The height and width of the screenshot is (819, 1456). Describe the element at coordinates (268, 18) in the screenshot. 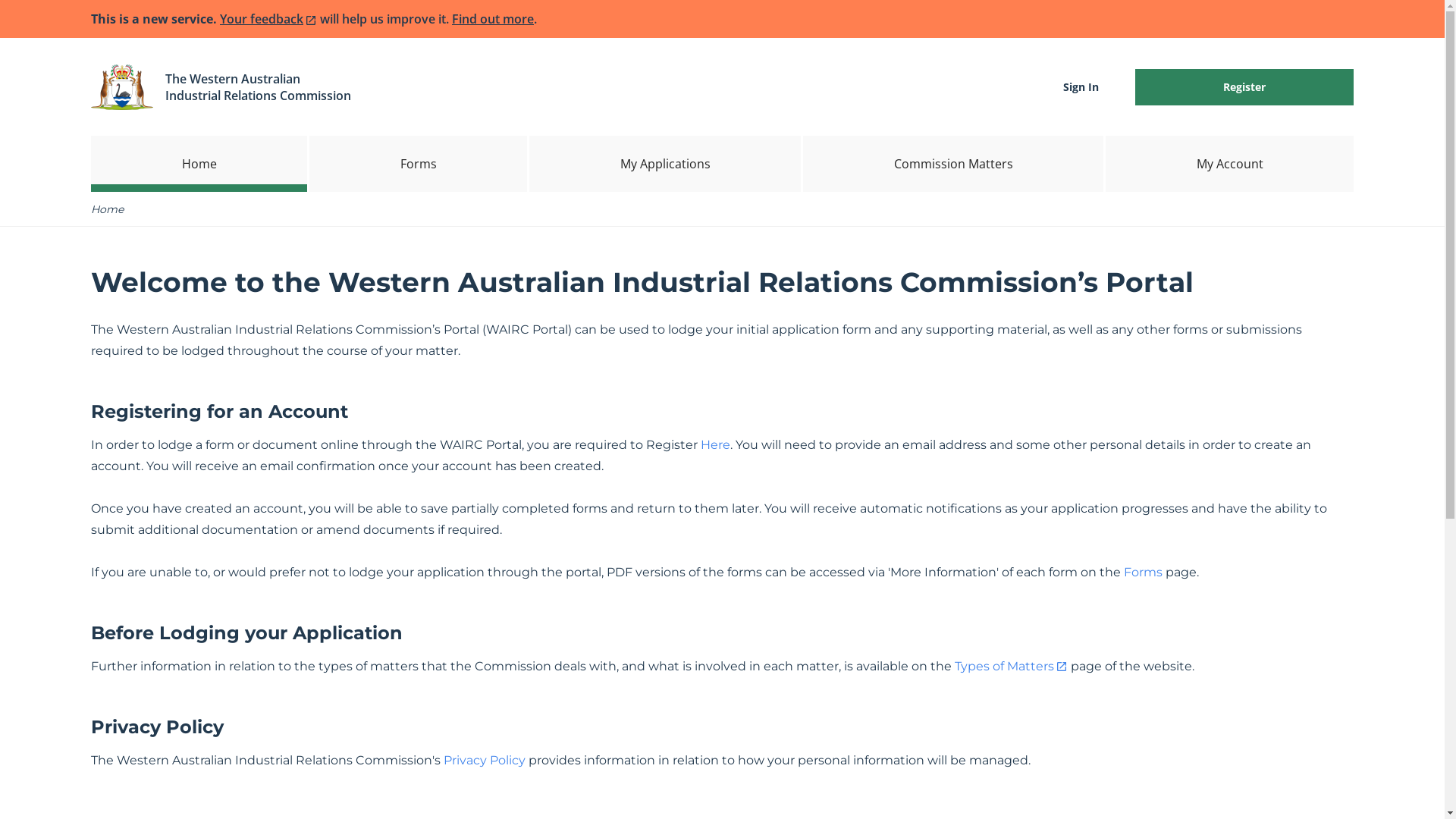

I see `'Your feedbackopen_in_new'` at that location.